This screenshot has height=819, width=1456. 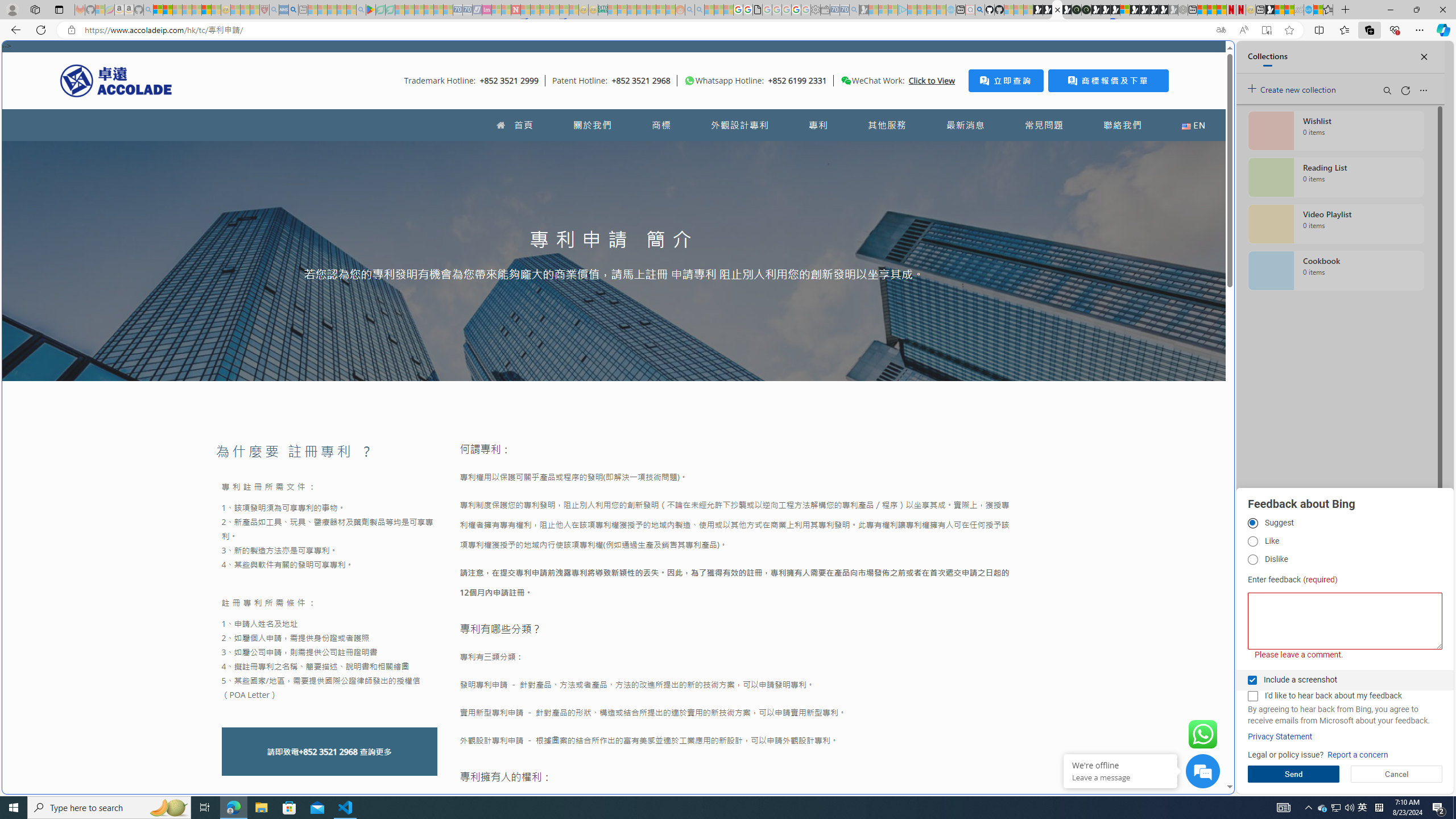 I want to click on 'Suggest', so click(x=1252, y=523).